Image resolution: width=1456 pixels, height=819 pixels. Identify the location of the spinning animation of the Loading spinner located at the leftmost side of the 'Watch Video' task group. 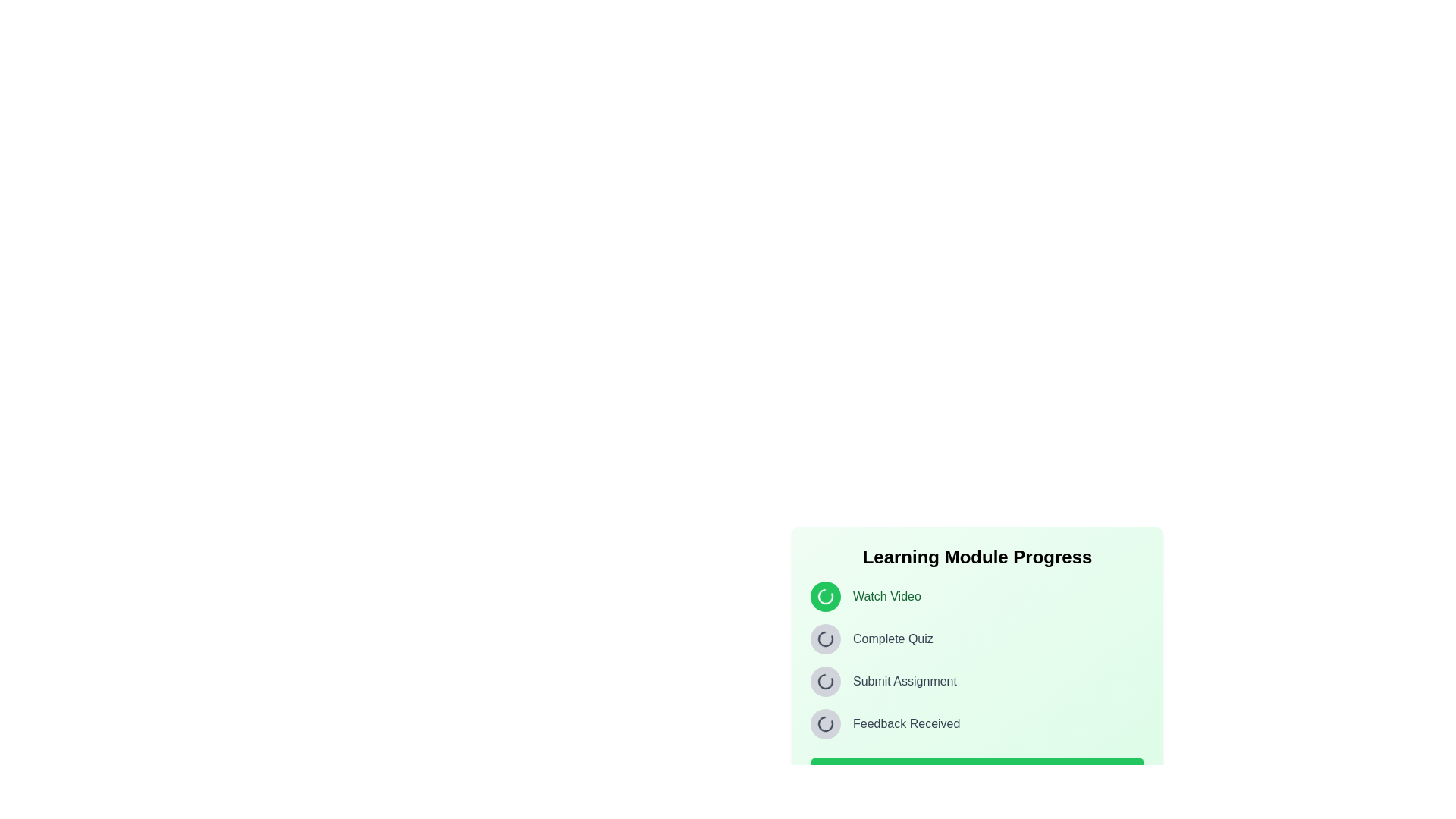
(825, 595).